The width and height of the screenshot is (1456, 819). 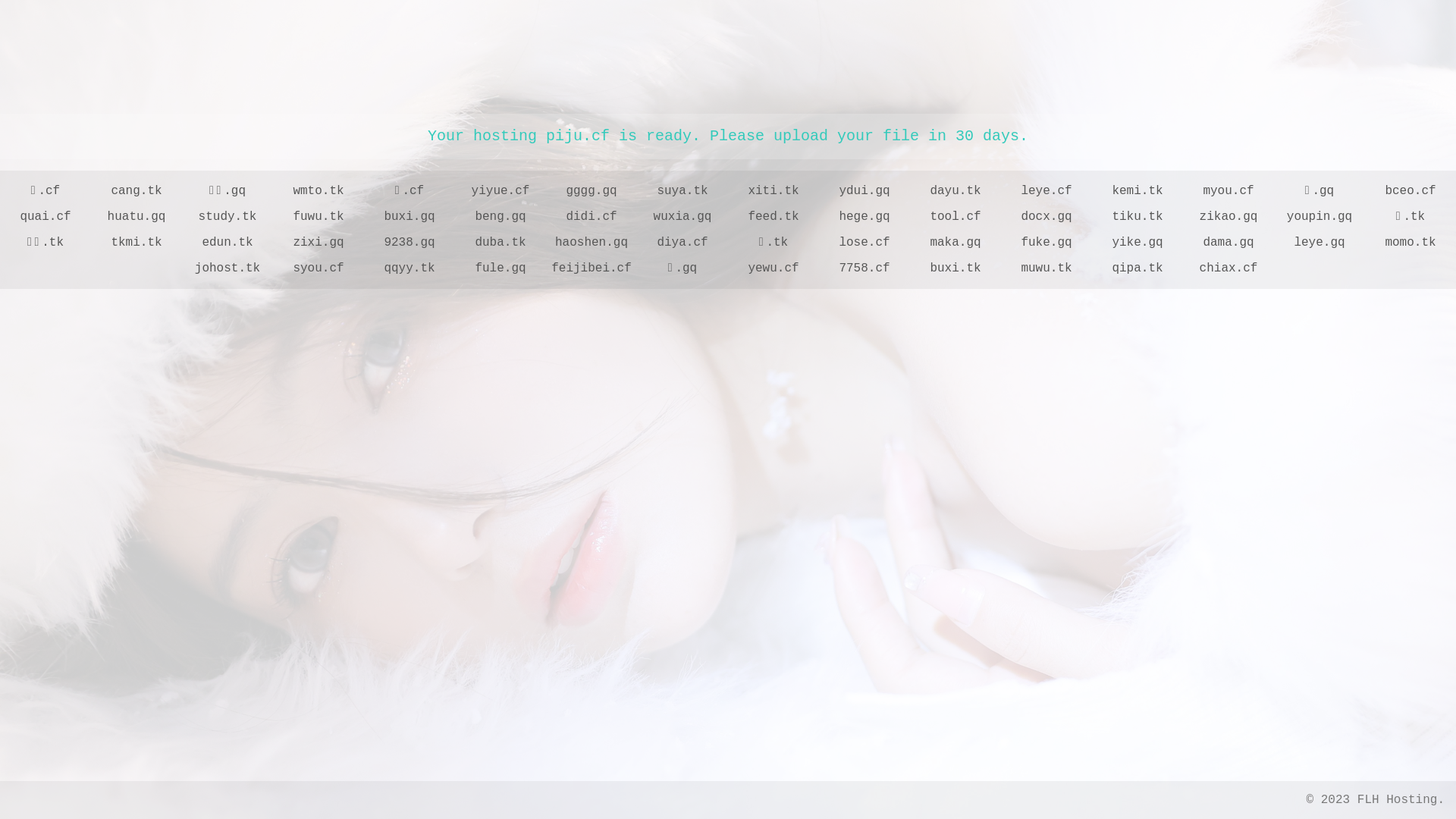 What do you see at coordinates (318, 242) in the screenshot?
I see `'zixi.gq'` at bounding box center [318, 242].